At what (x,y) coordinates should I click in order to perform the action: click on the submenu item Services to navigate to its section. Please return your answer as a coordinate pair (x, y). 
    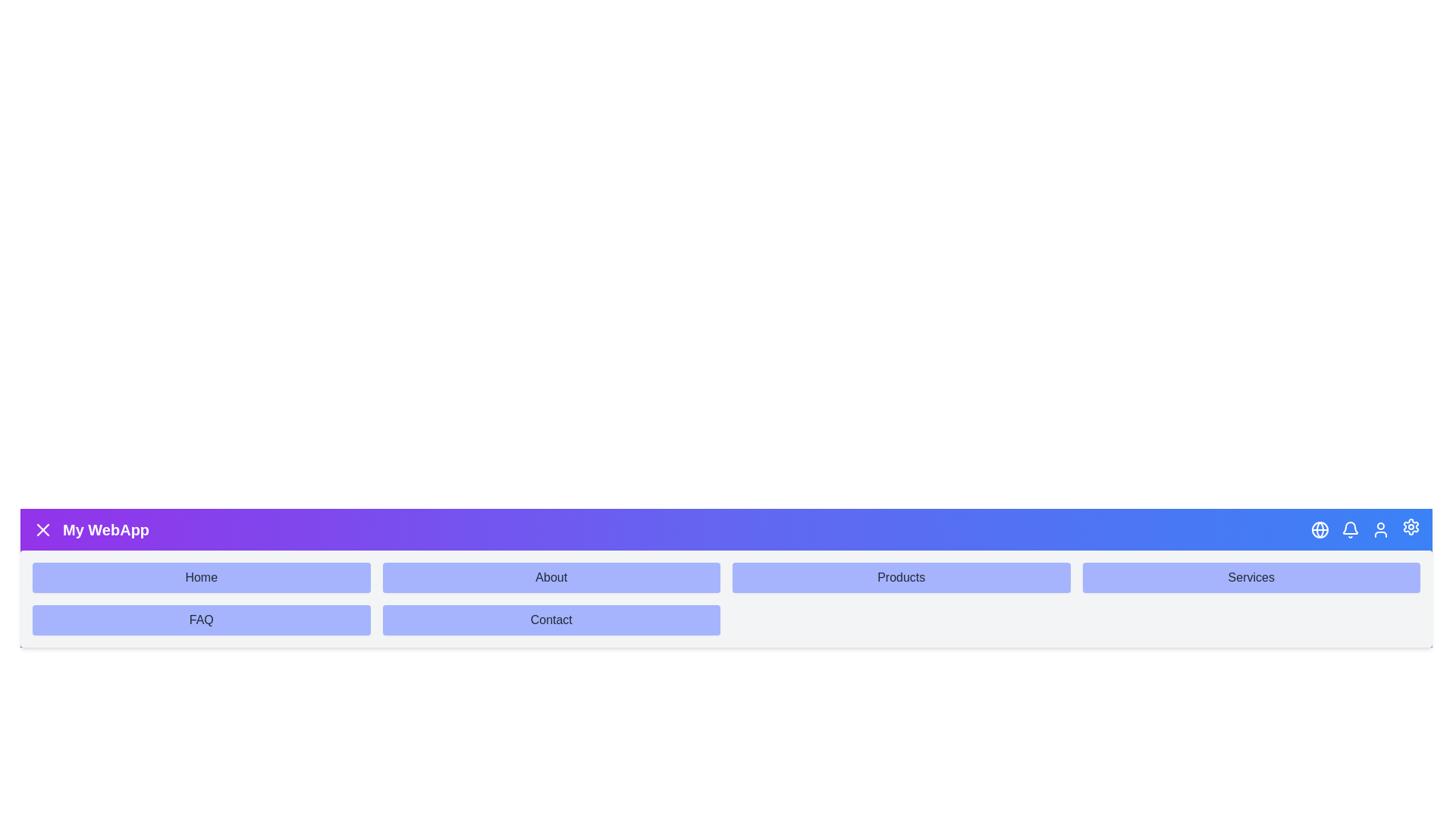
    Looking at the image, I should click on (1251, 578).